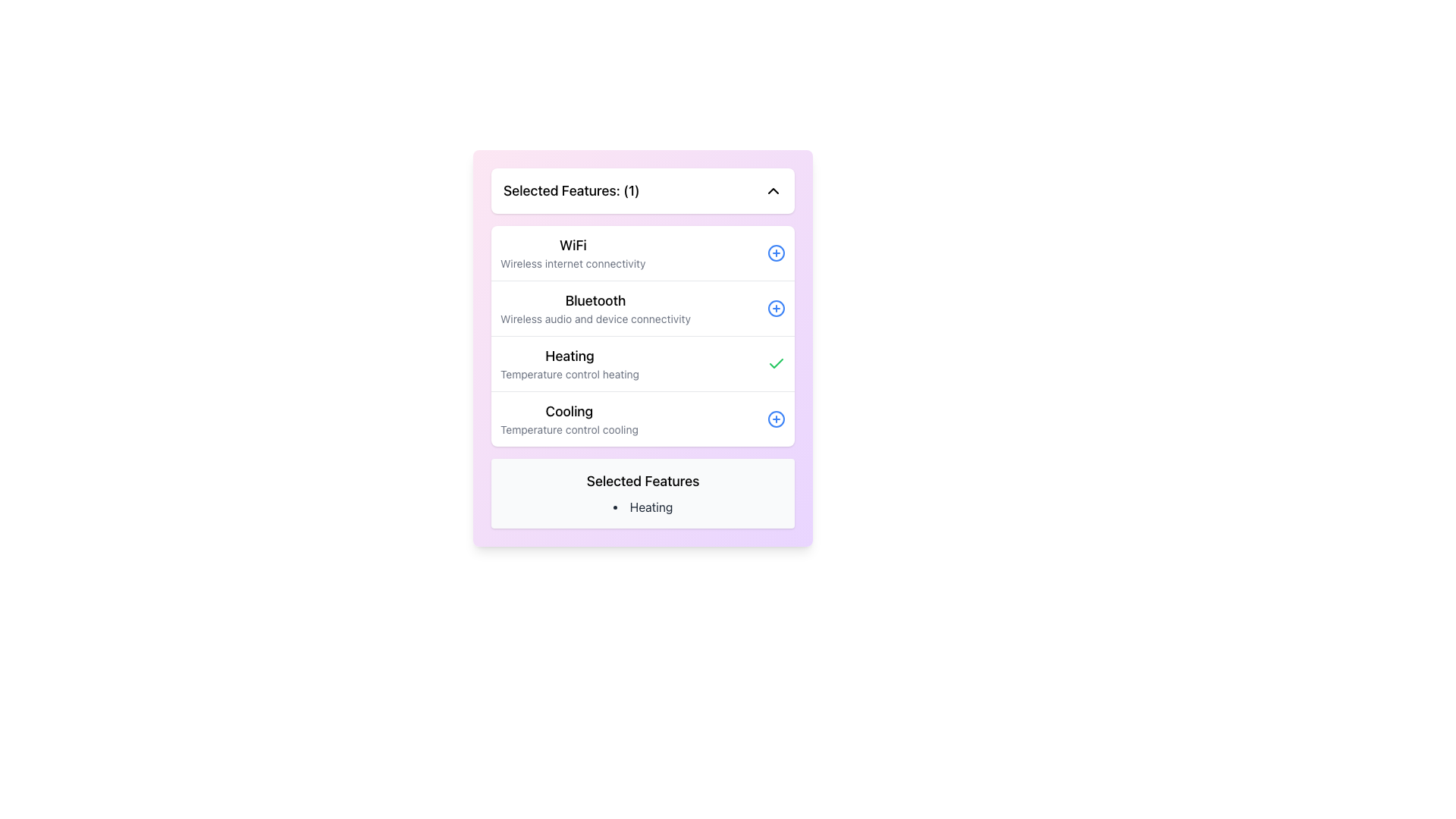  Describe the element at coordinates (643, 363) in the screenshot. I see `the third item in the vertically aligned list of features, labeled 'Heating'` at that location.